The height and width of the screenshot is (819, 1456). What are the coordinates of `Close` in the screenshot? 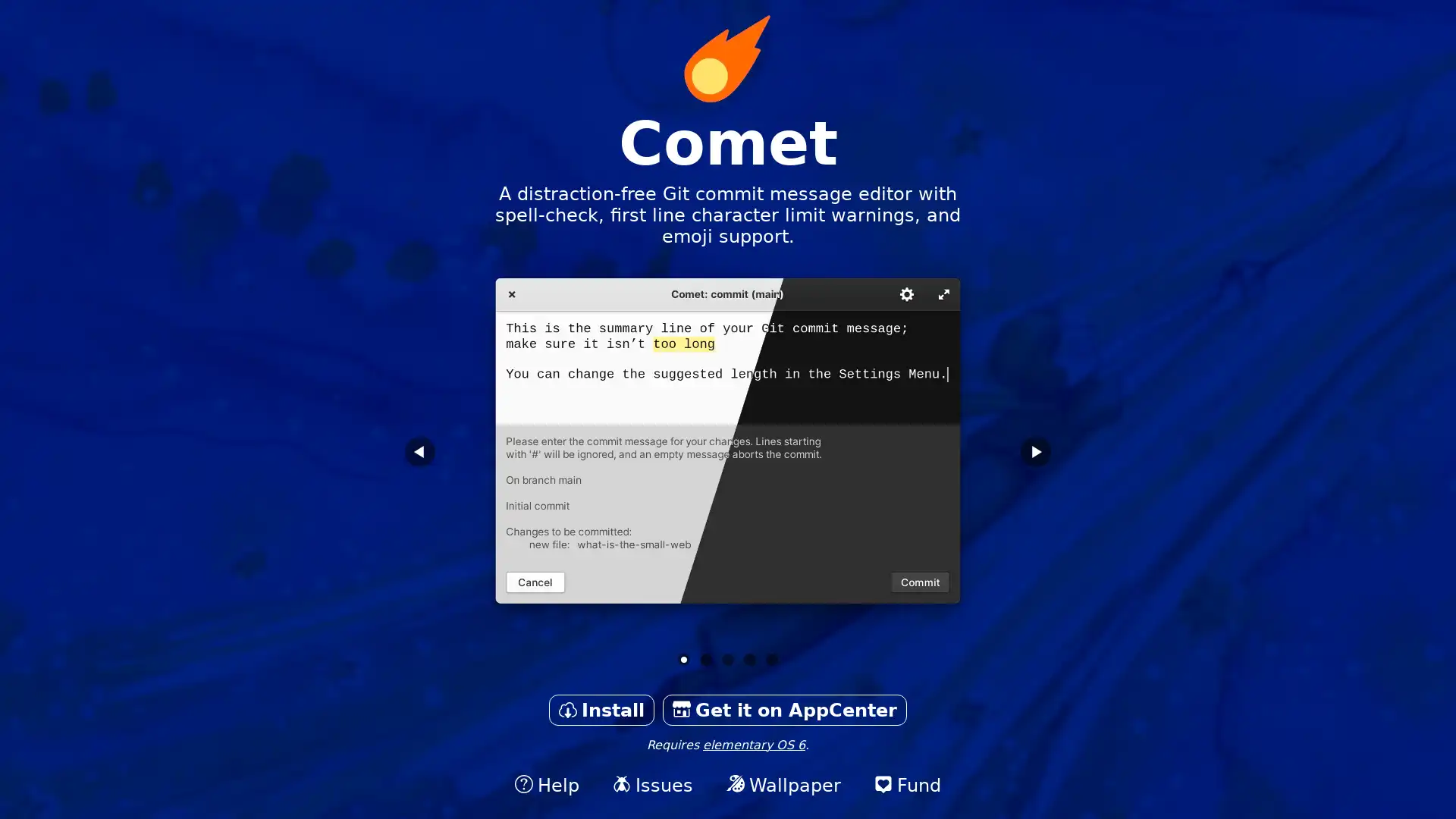 It's located at (726, 472).